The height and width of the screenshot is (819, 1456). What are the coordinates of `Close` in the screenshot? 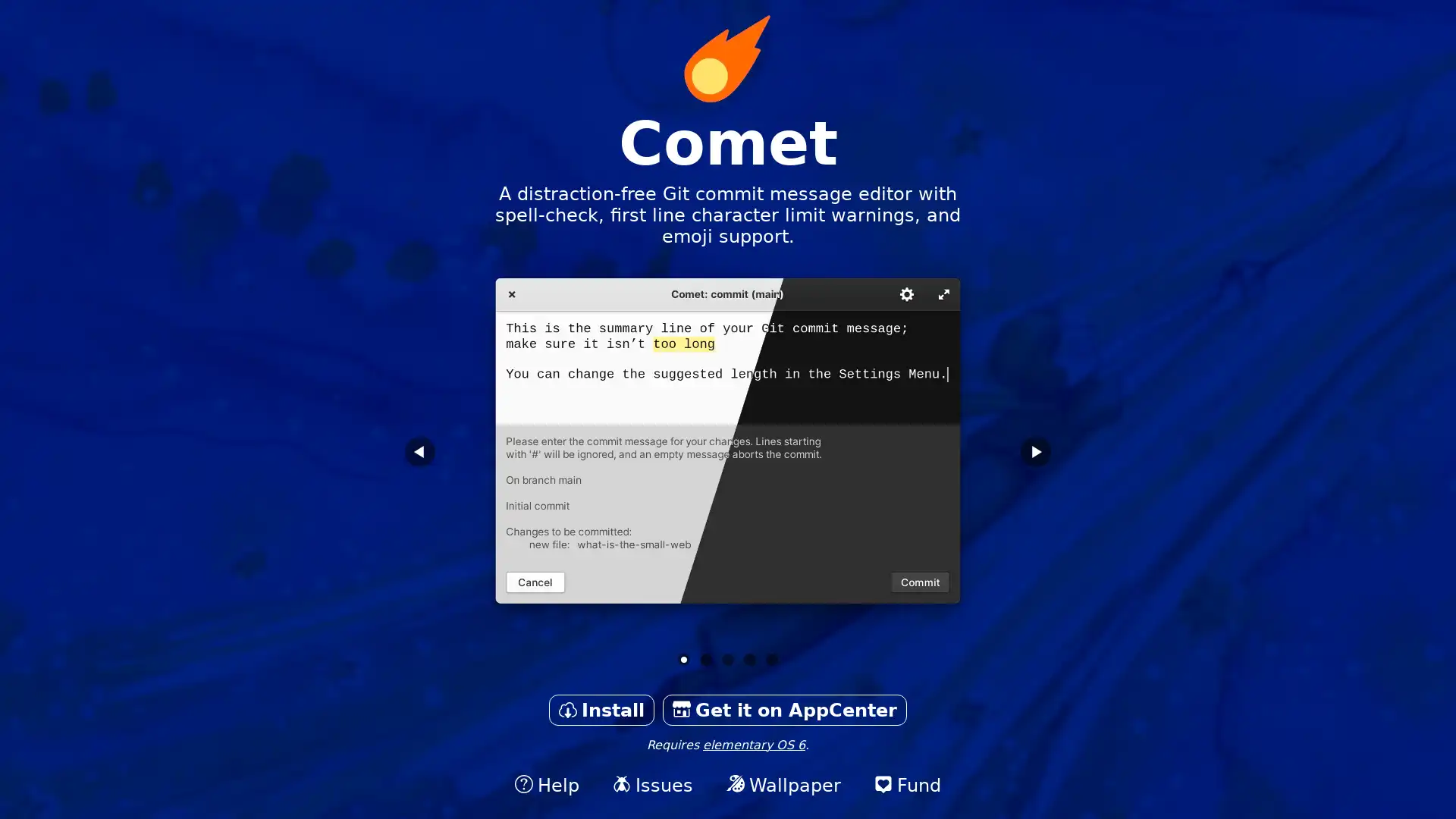 It's located at (726, 472).